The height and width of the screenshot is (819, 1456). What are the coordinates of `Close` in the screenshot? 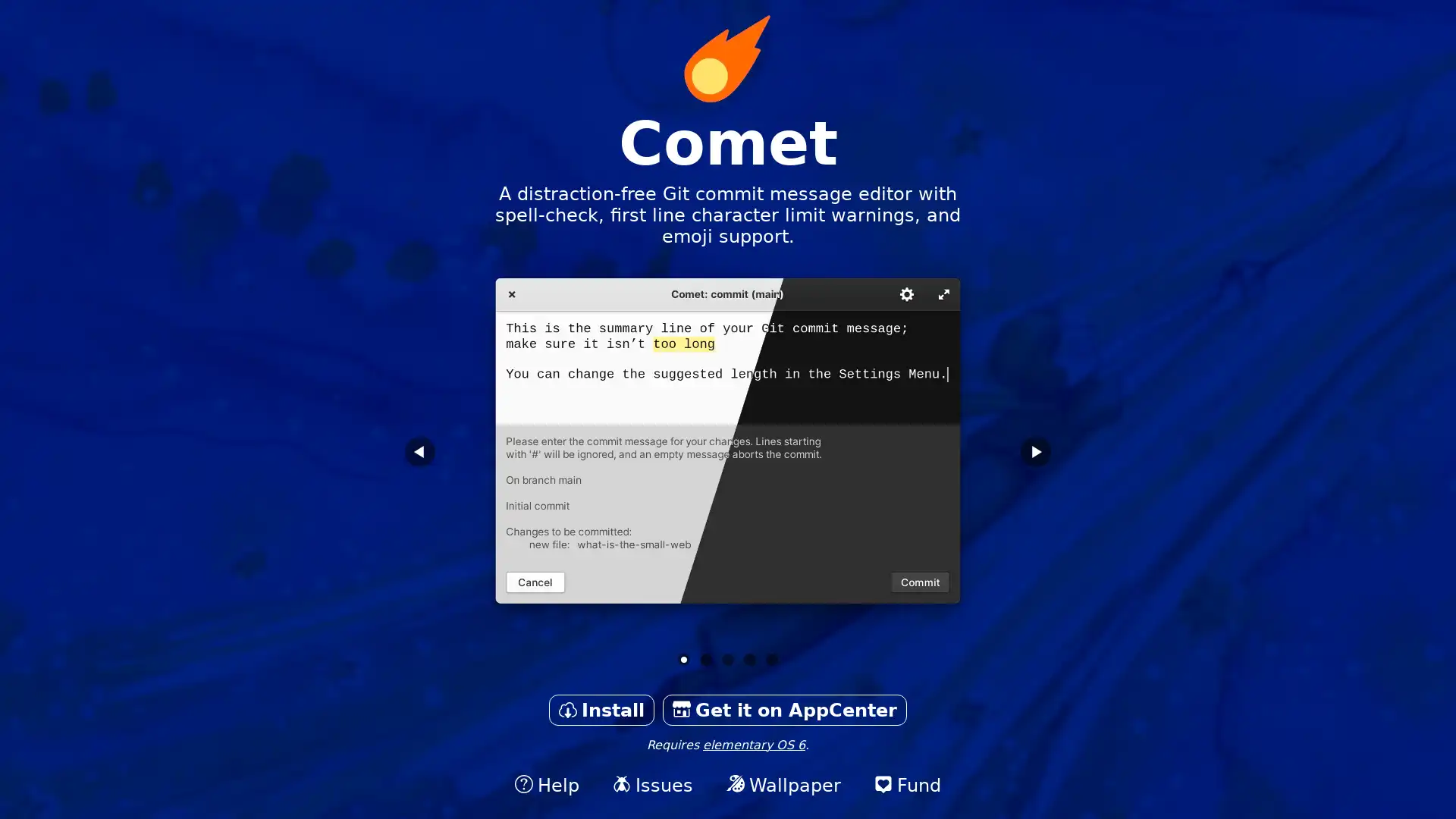 It's located at (726, 472).